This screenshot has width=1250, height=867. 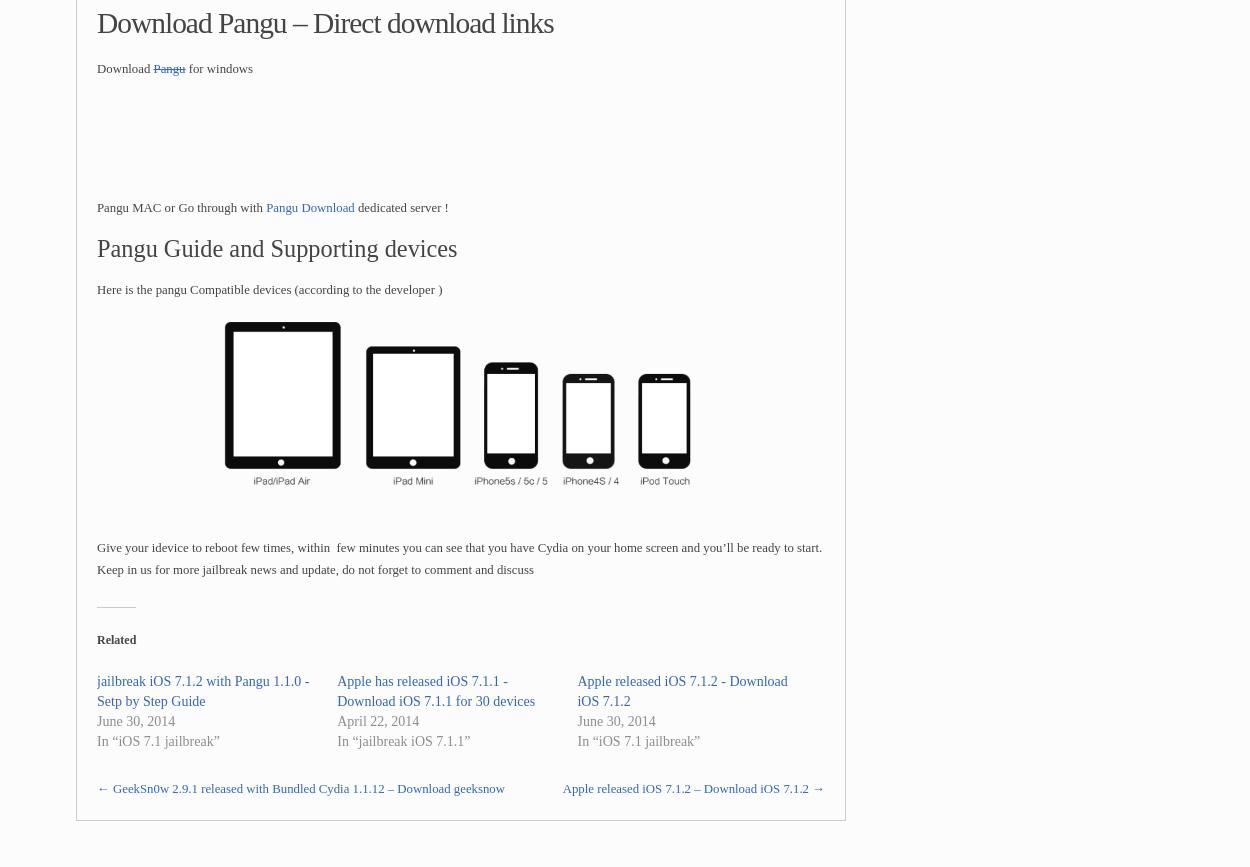 I want to click on 'Download', so click(x=96, y=67).